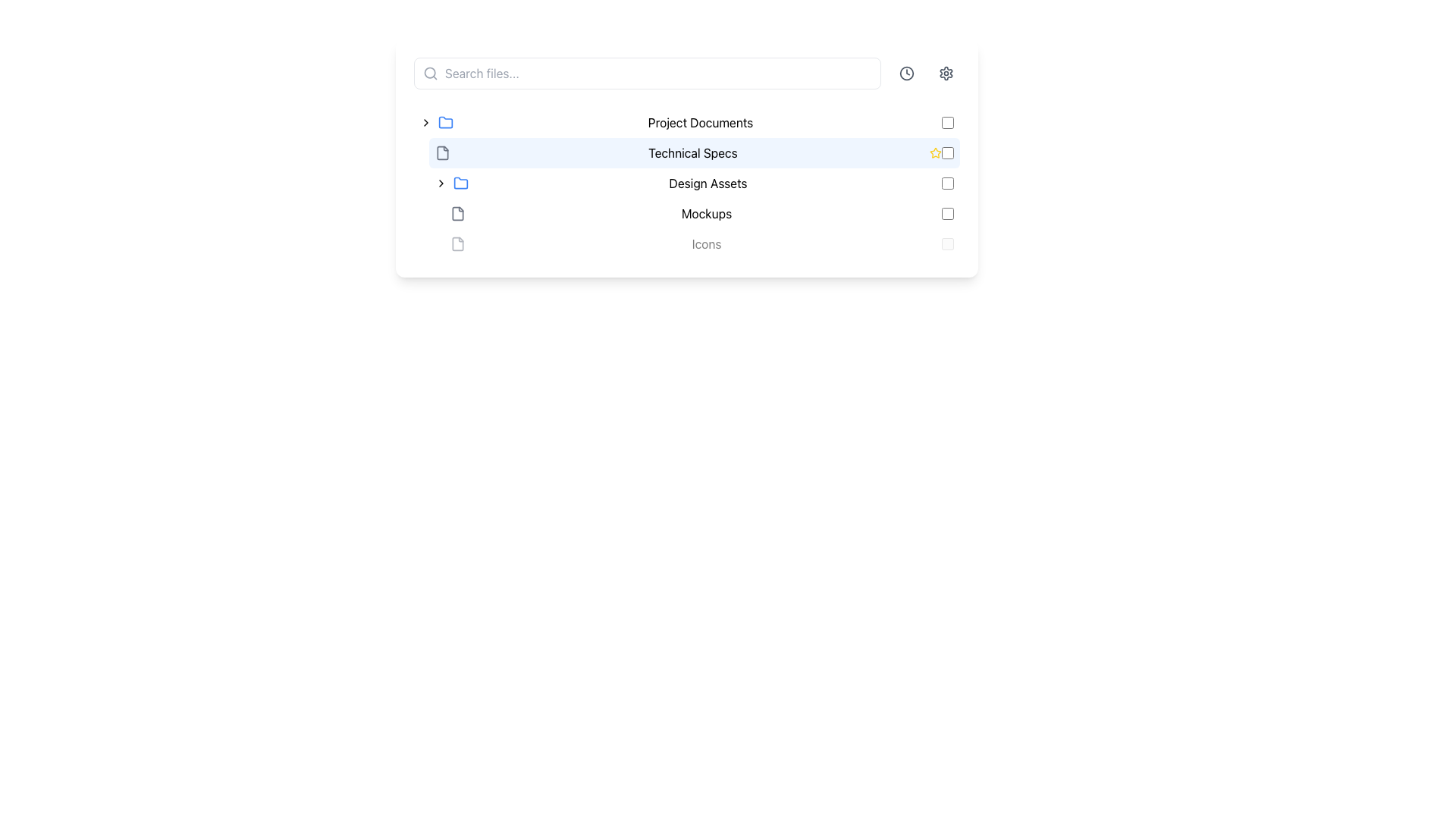 The width and height of the screenshot is (1456, 819). What do you see at coordinates (425, 122) in the screenshot?
I see `the toggle chevron icon` at bounding box center [425, 122].